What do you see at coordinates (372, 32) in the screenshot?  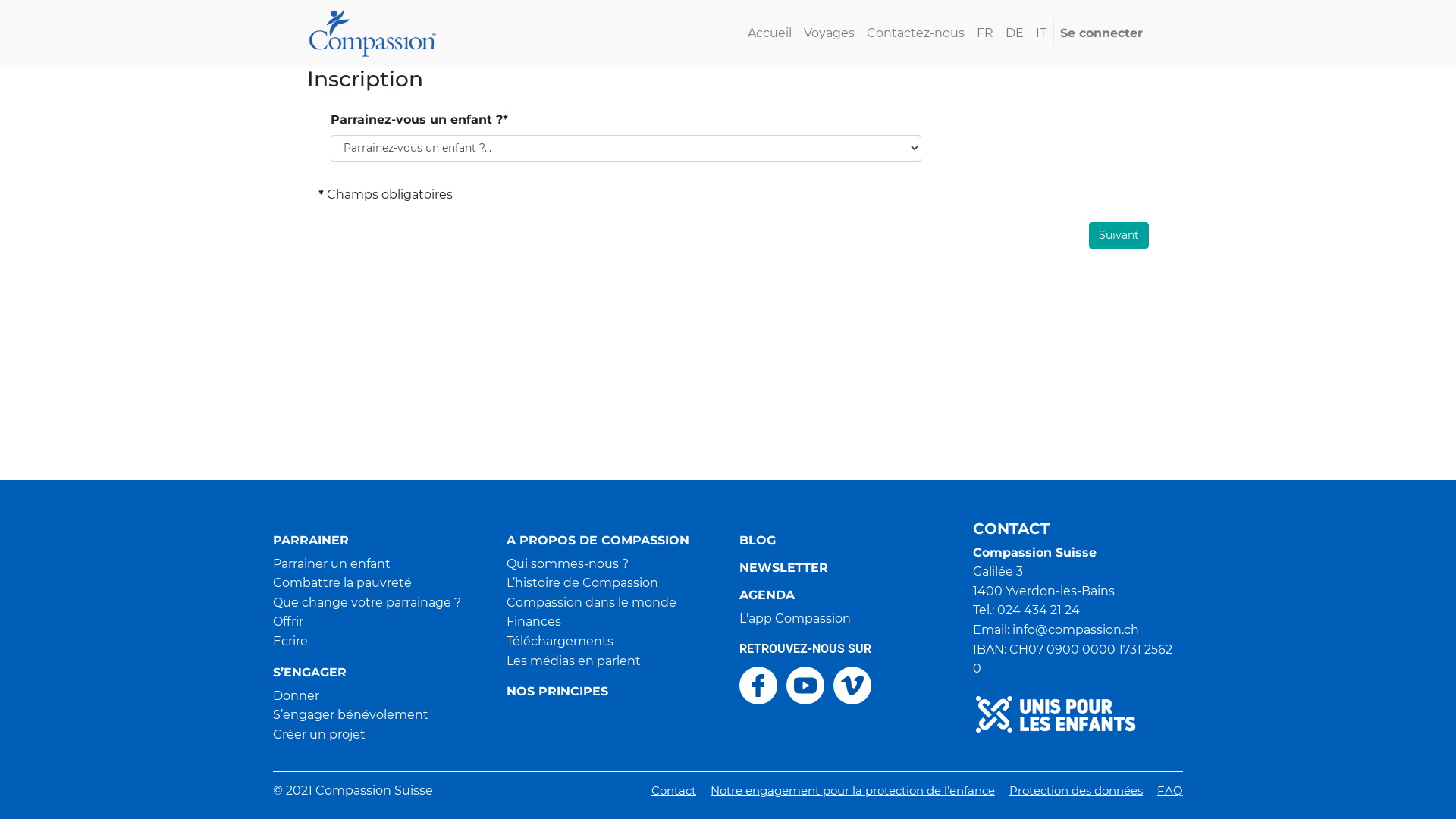 I see `'Compassion Suisse'` at bounding box center [372, 32].